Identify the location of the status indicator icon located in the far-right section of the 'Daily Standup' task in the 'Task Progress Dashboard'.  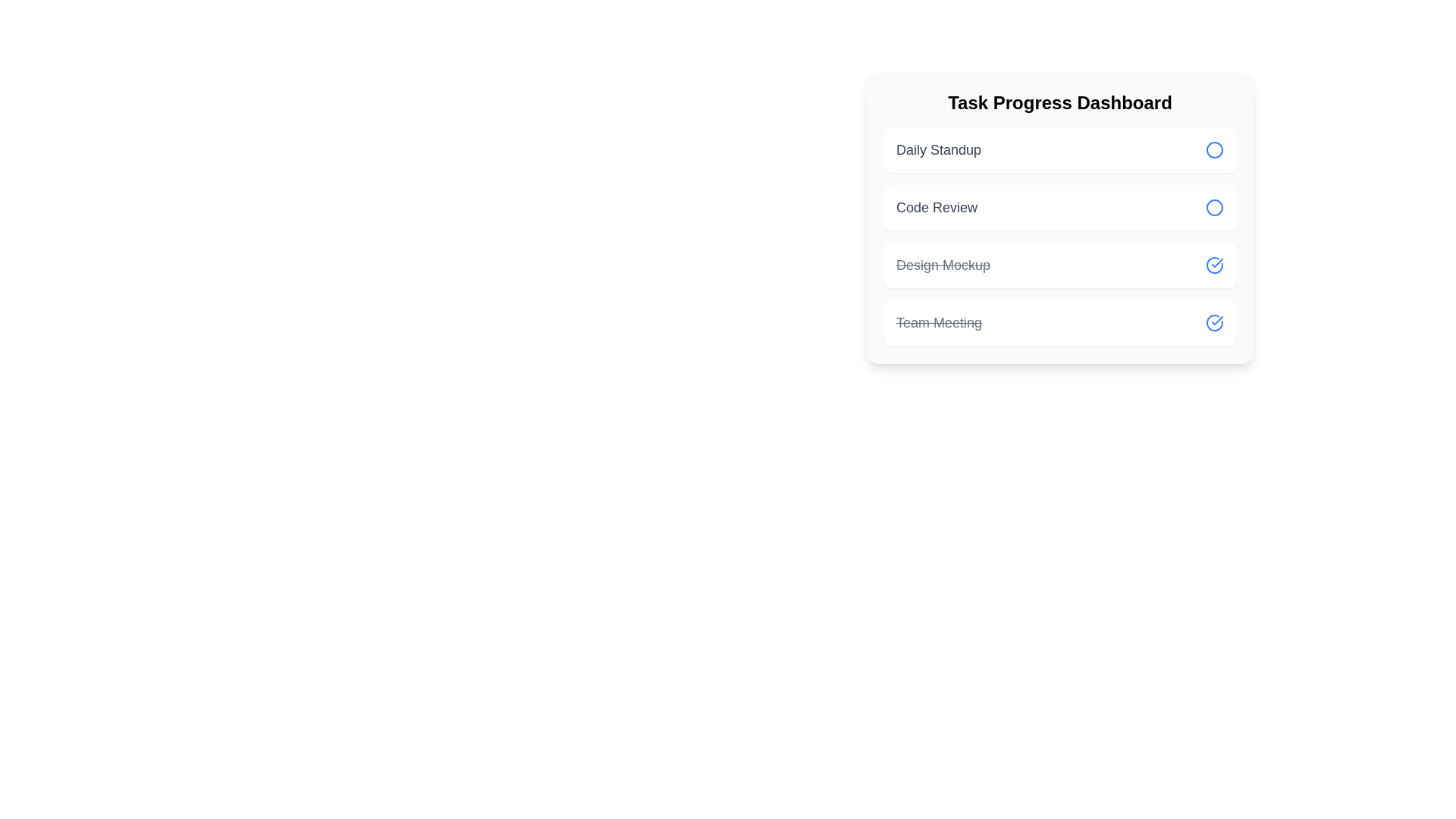
(1215, 149).